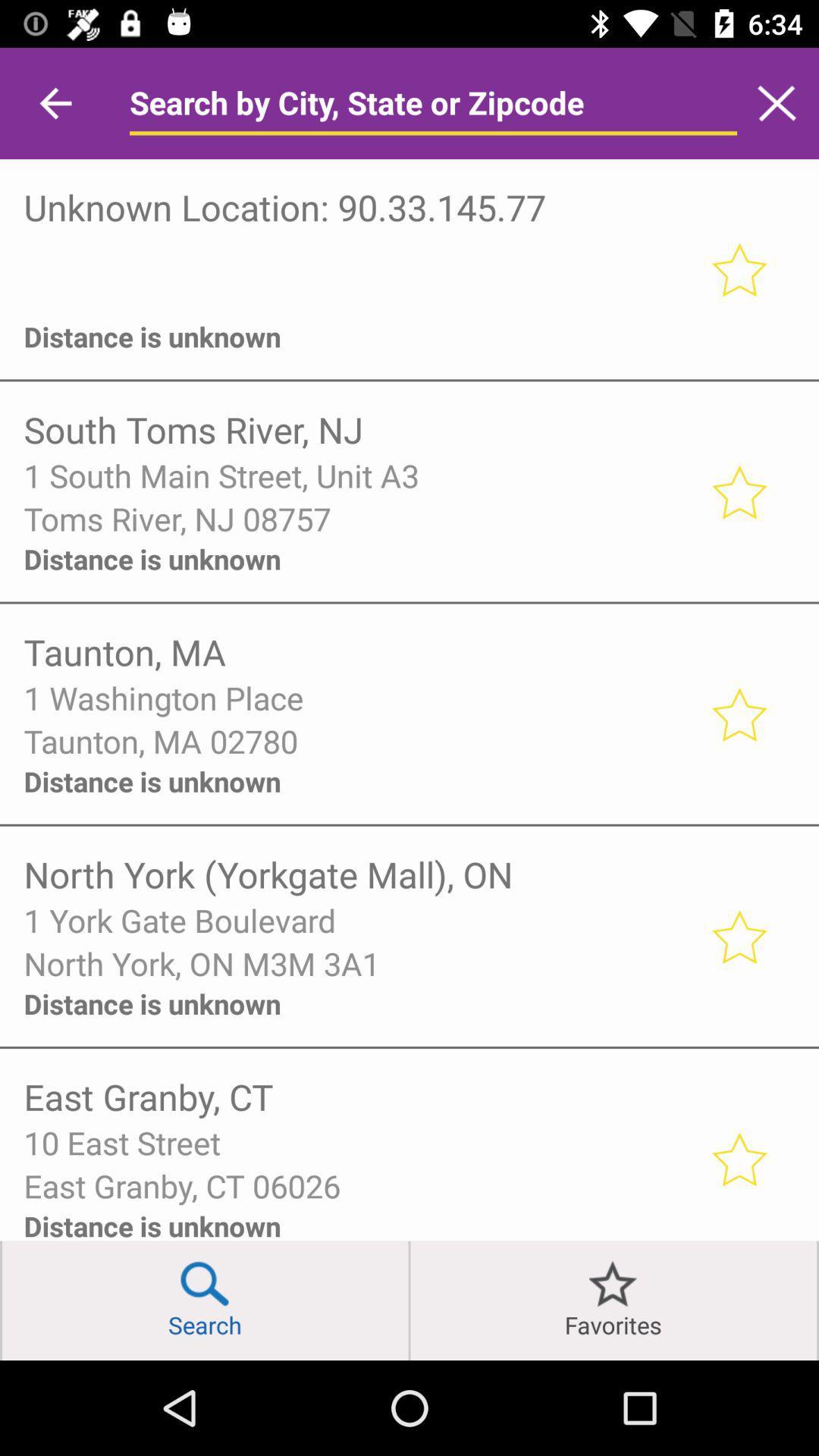  Describe the element at coordinates (356, 296) in the screenshot. I see `icon above the distance is unknown` at that location.